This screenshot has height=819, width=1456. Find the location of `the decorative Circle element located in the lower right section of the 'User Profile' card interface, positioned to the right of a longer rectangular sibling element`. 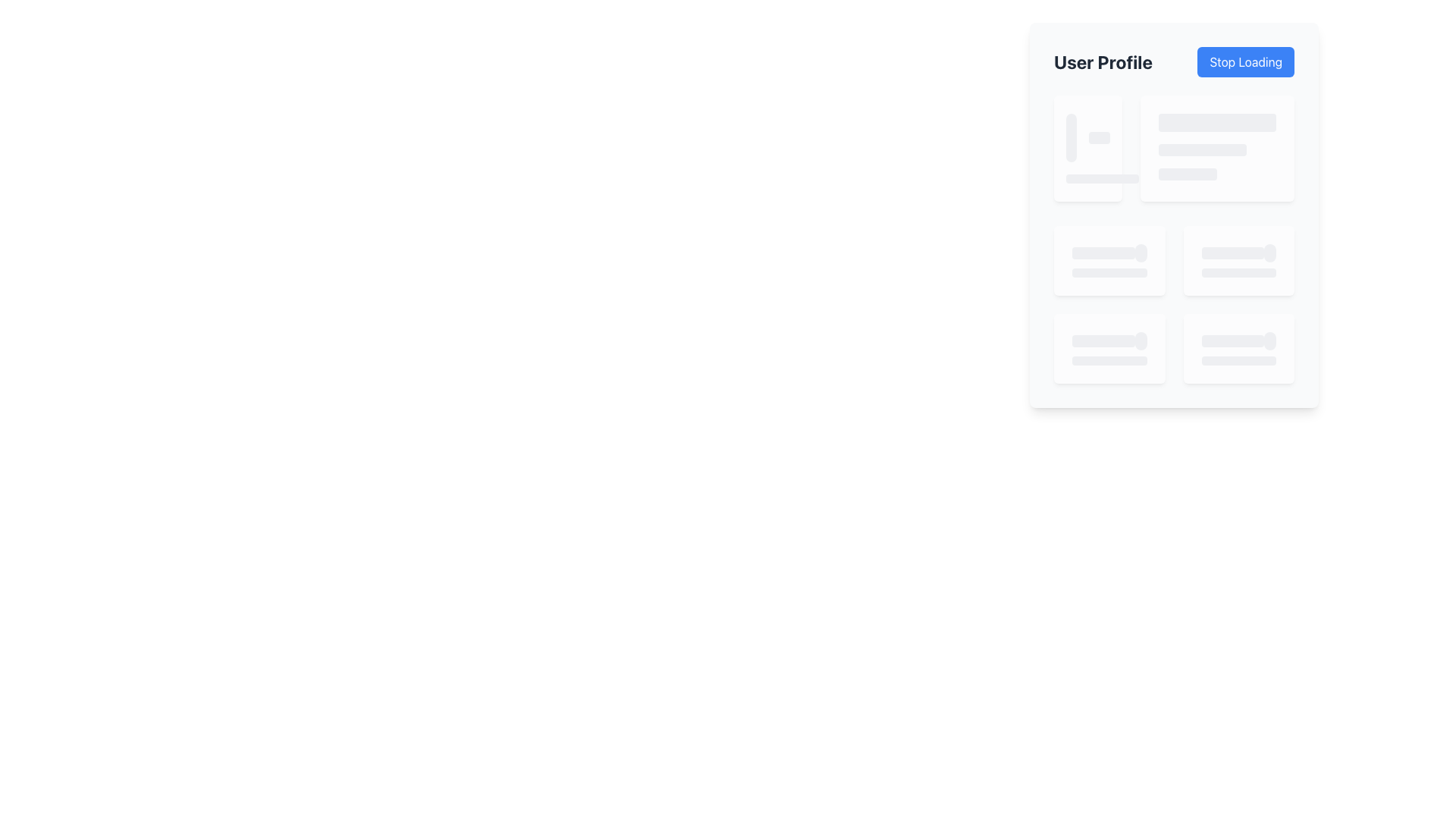

the decorative Circle element located in the lower right section of the 'User Profile' card interface, positioned to the right of a longer rectangular sibling element is located at coordinates (1270, 253).